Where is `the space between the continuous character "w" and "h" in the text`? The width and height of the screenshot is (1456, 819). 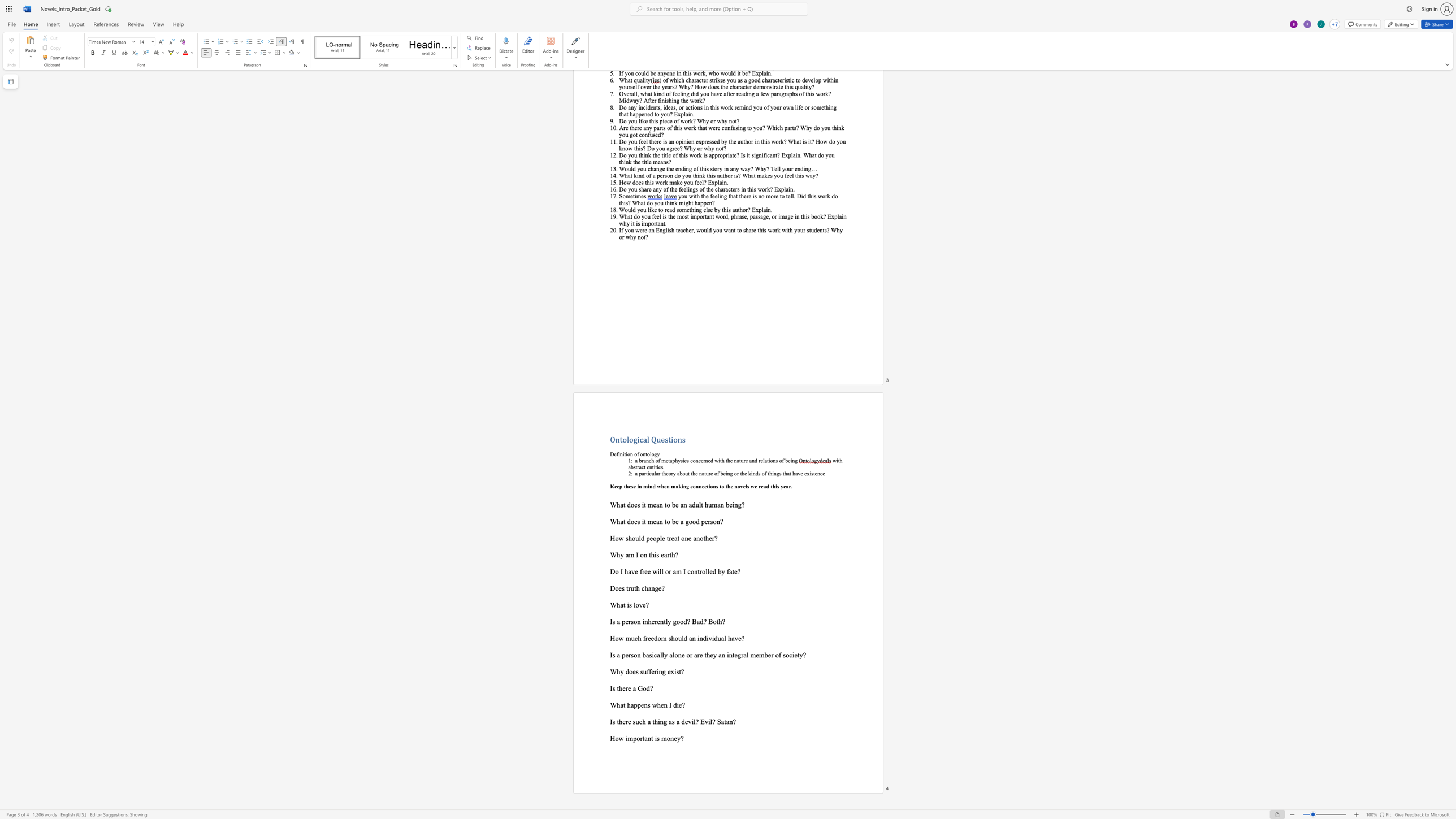 the space between the continuous character "w" and "h" in the text is located at coordinates (656, 704).